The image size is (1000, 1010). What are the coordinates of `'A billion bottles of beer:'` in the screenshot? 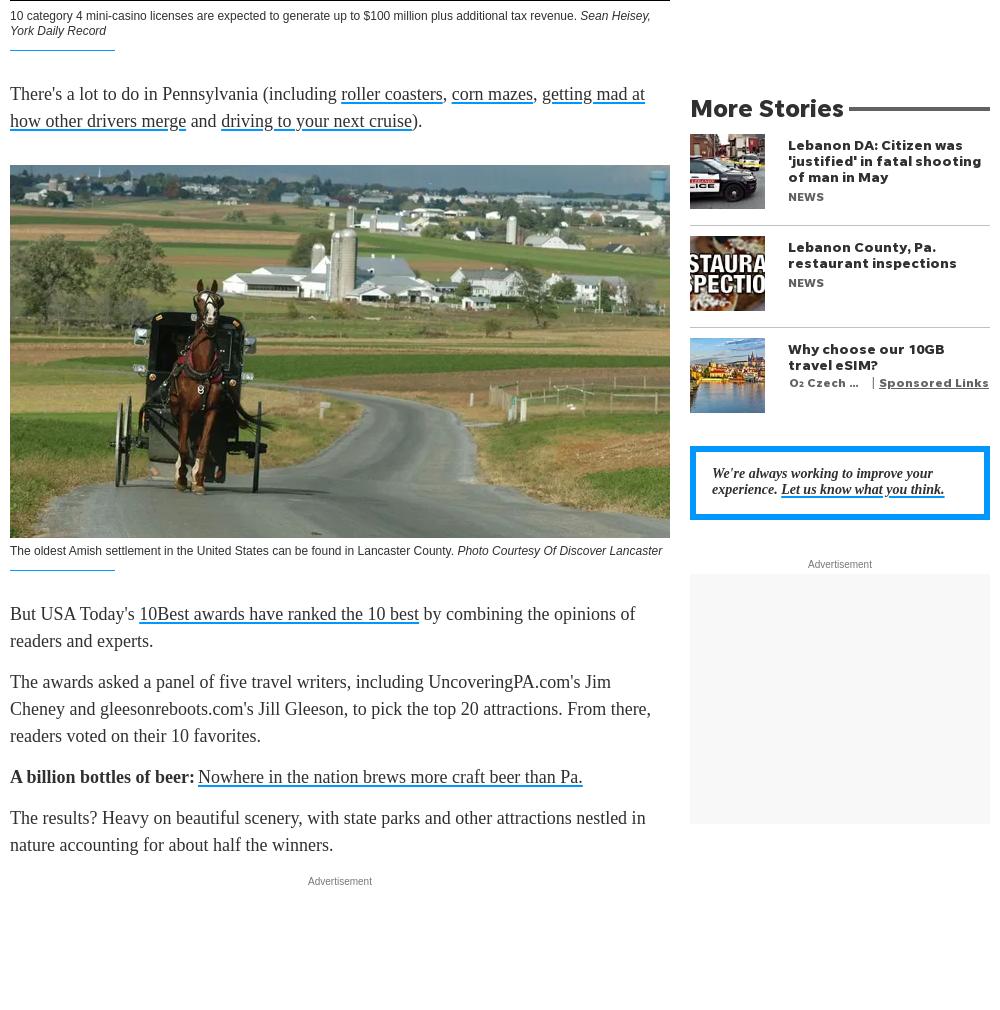 It's located at (101, 776).